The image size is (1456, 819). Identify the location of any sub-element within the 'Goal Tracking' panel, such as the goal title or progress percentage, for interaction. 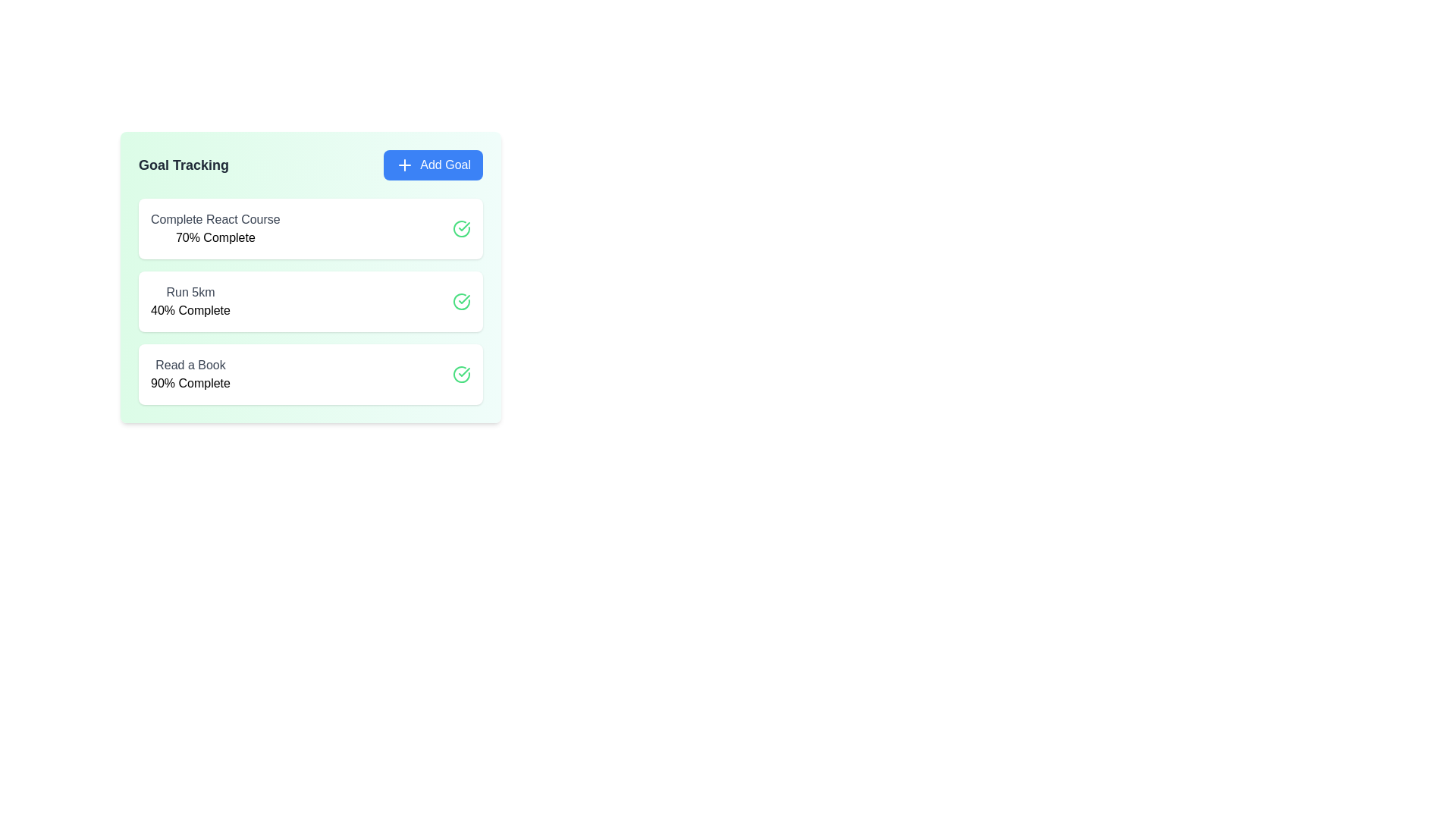
(309, 278).